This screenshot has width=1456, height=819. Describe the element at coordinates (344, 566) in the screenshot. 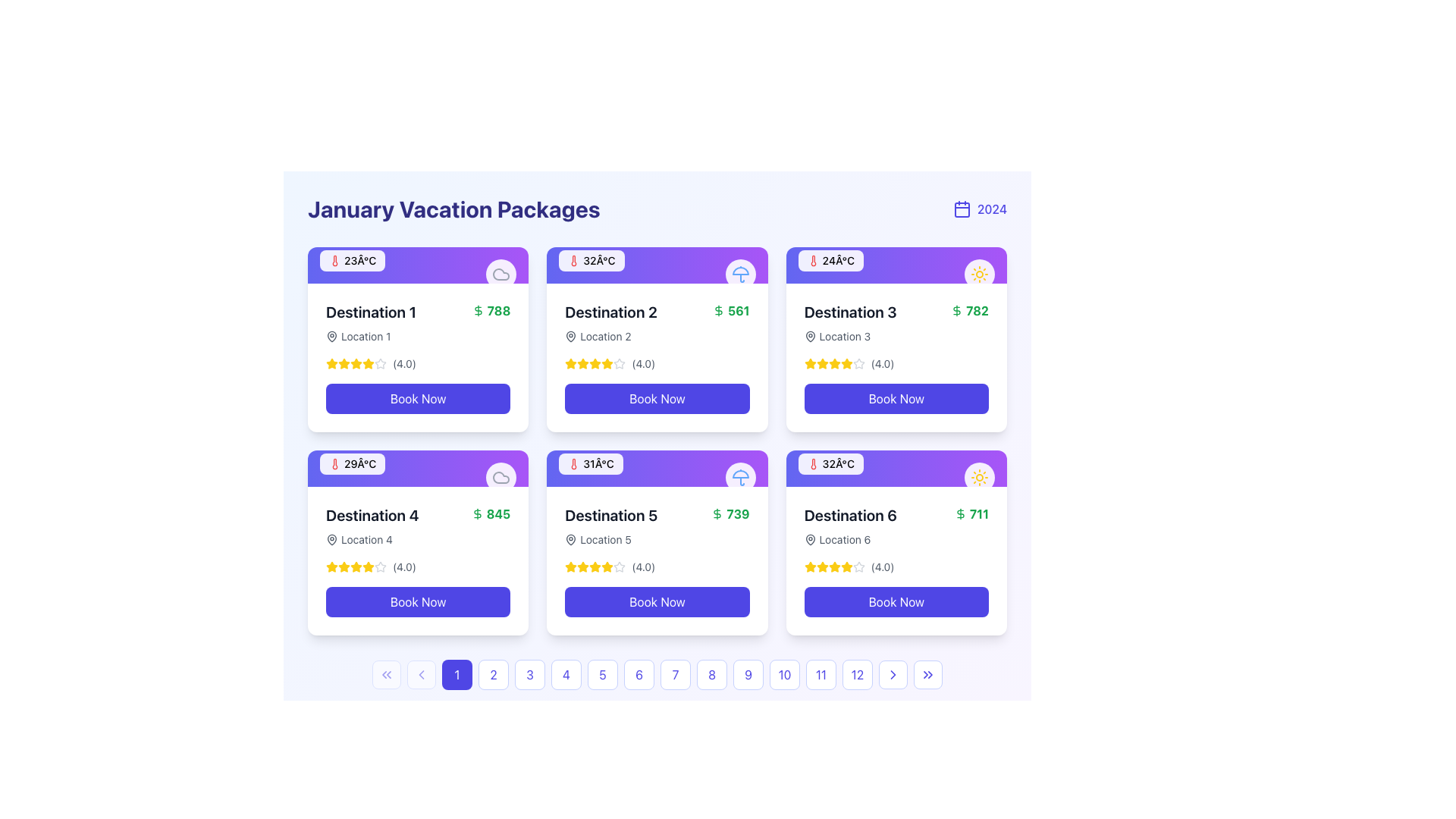

I see `the fourth yellow star icon in the row of five stars within the 'Destination 4' card located in the lower-left quadrant of the layout` at that location.